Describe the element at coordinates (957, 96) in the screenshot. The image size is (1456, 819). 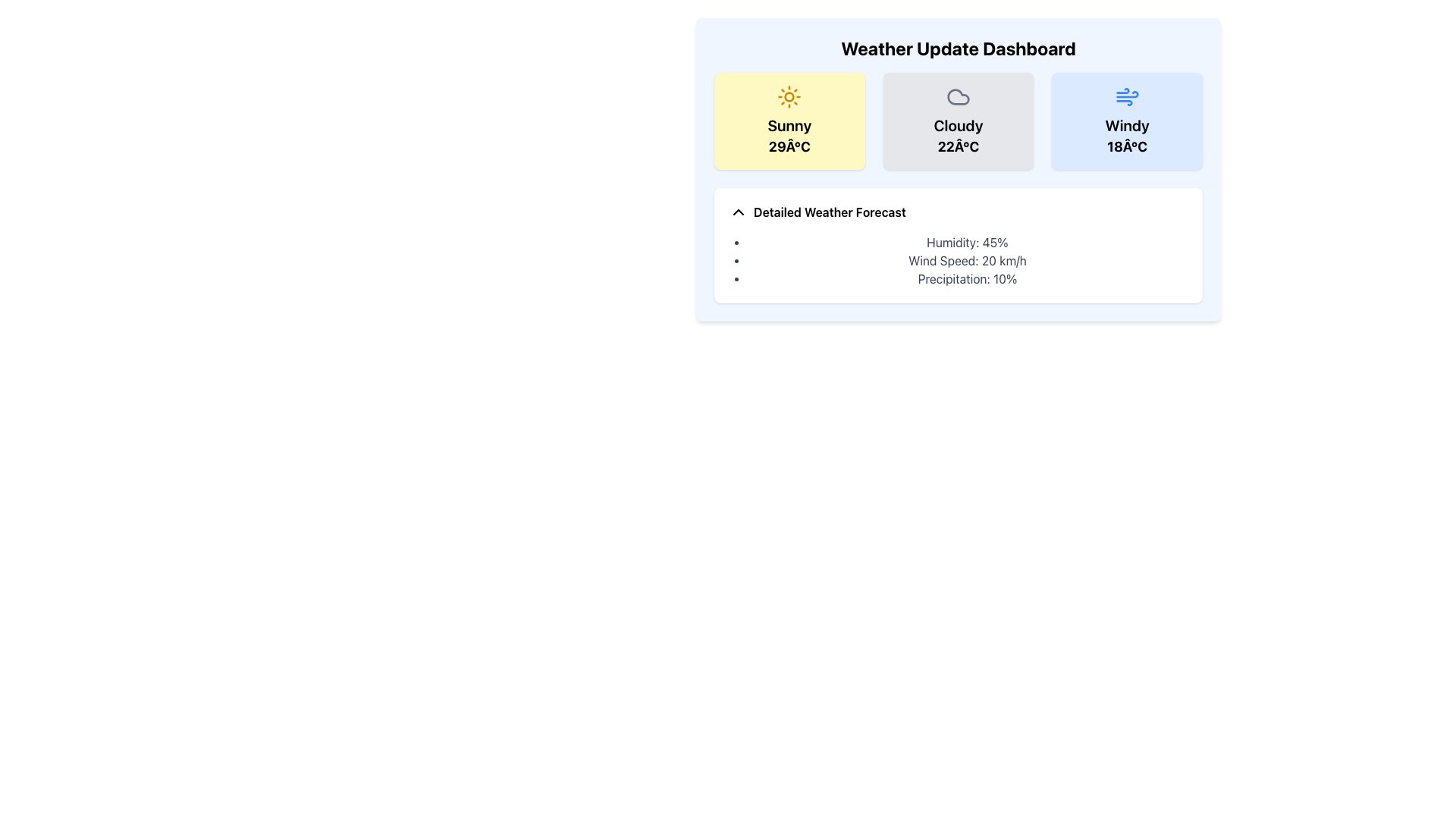
I see `the cloud-shaped graphical icon located in the second panel titled 'Cloudy 22°C', which is centrally aligned within the panel and appears above the descriptive text 'Cloudy 22°C'` at that location.